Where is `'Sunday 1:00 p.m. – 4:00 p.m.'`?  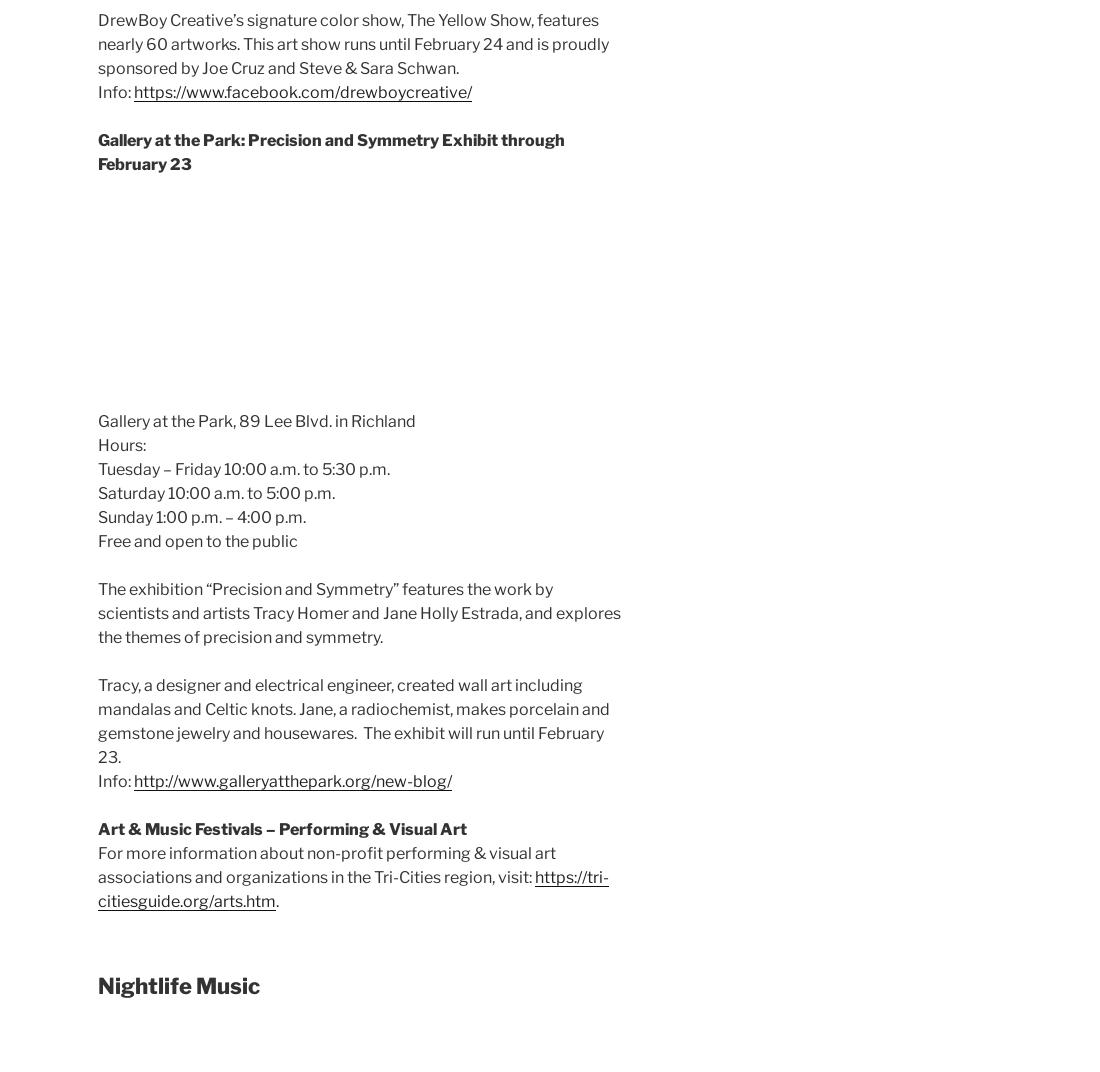
'Sunday 1:00 p.m. – 4:00 p.m.' is located at coordinates (200, 516).